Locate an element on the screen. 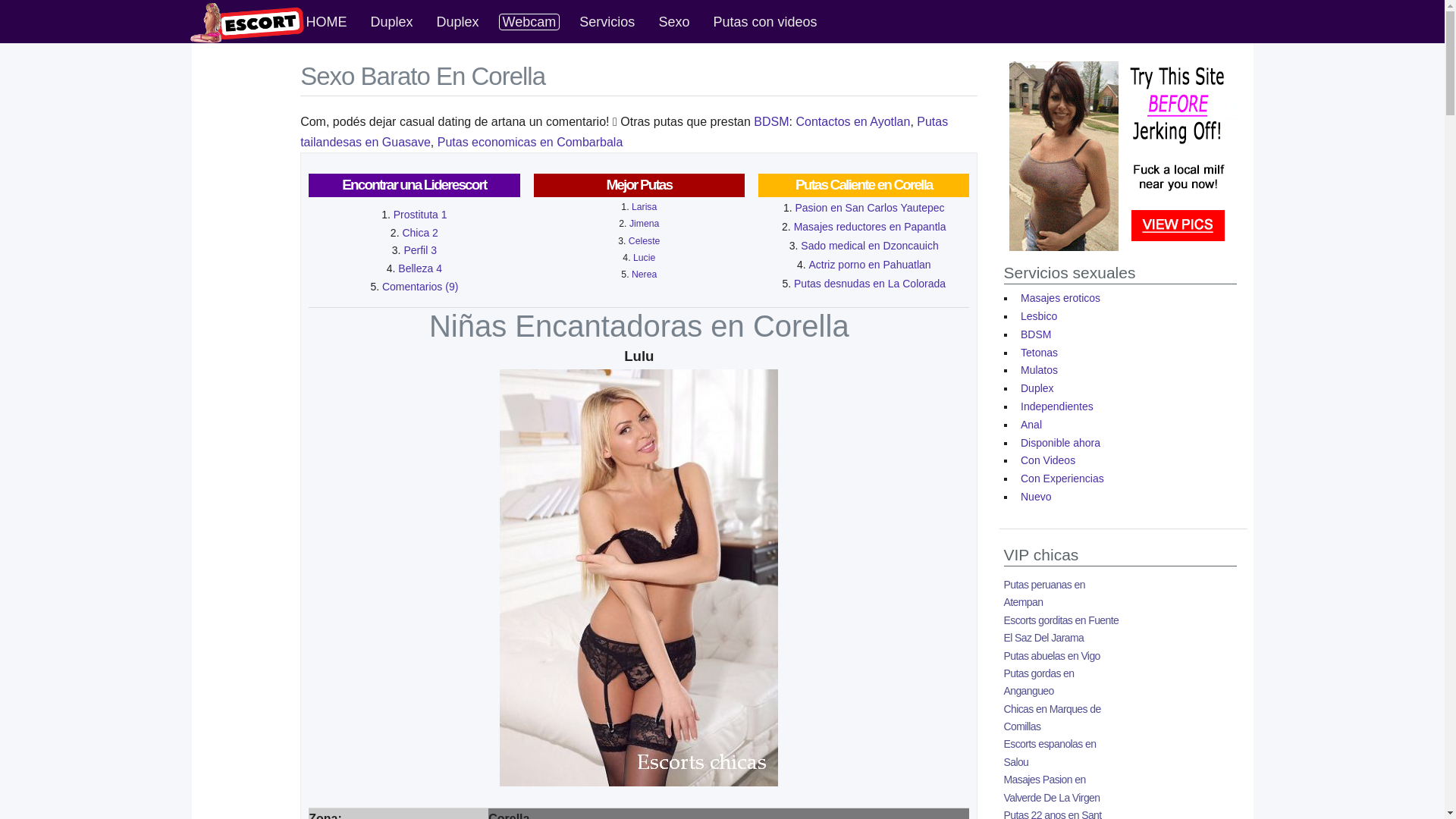  'Webcam' is located at coordinates (529, 22).